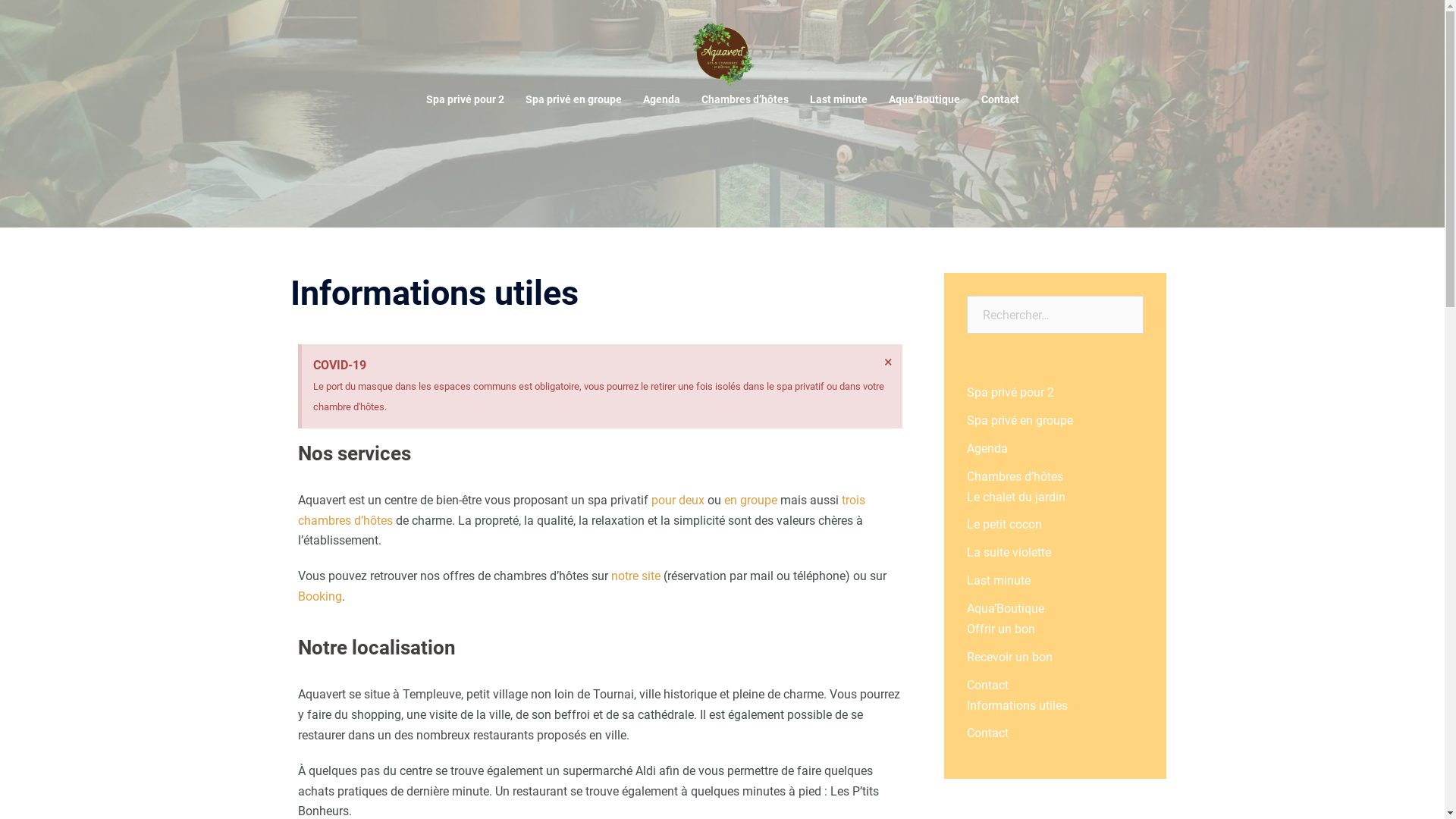 The width and height of the screenshot is (1456, 819). Describe the element at coordinates (966, 656) in the screenshot. I see `'Recevoir un bon'` at that location.